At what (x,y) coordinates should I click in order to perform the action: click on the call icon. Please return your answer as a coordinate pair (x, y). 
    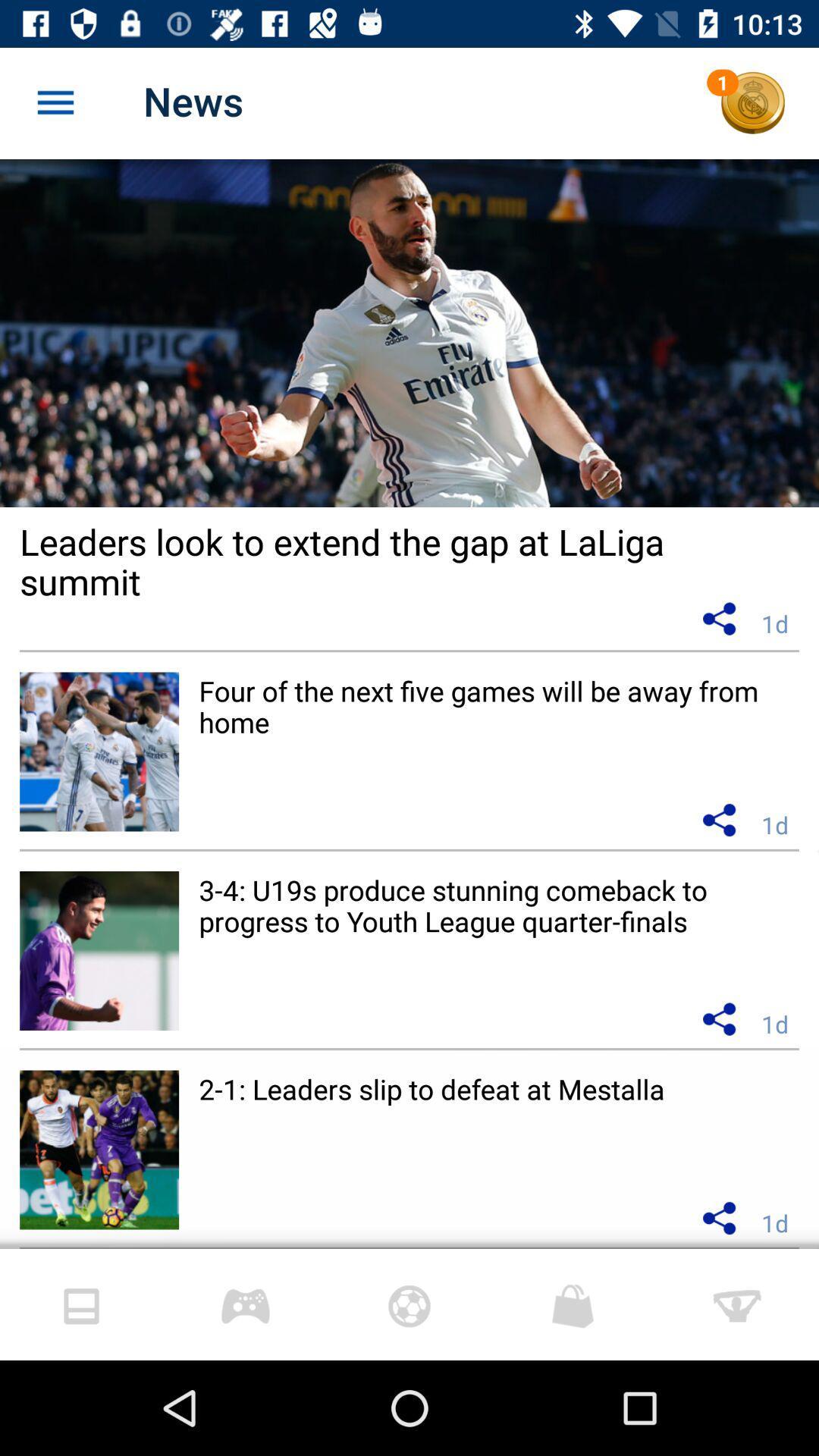
    Looking at the image, I should click on (753, 102).